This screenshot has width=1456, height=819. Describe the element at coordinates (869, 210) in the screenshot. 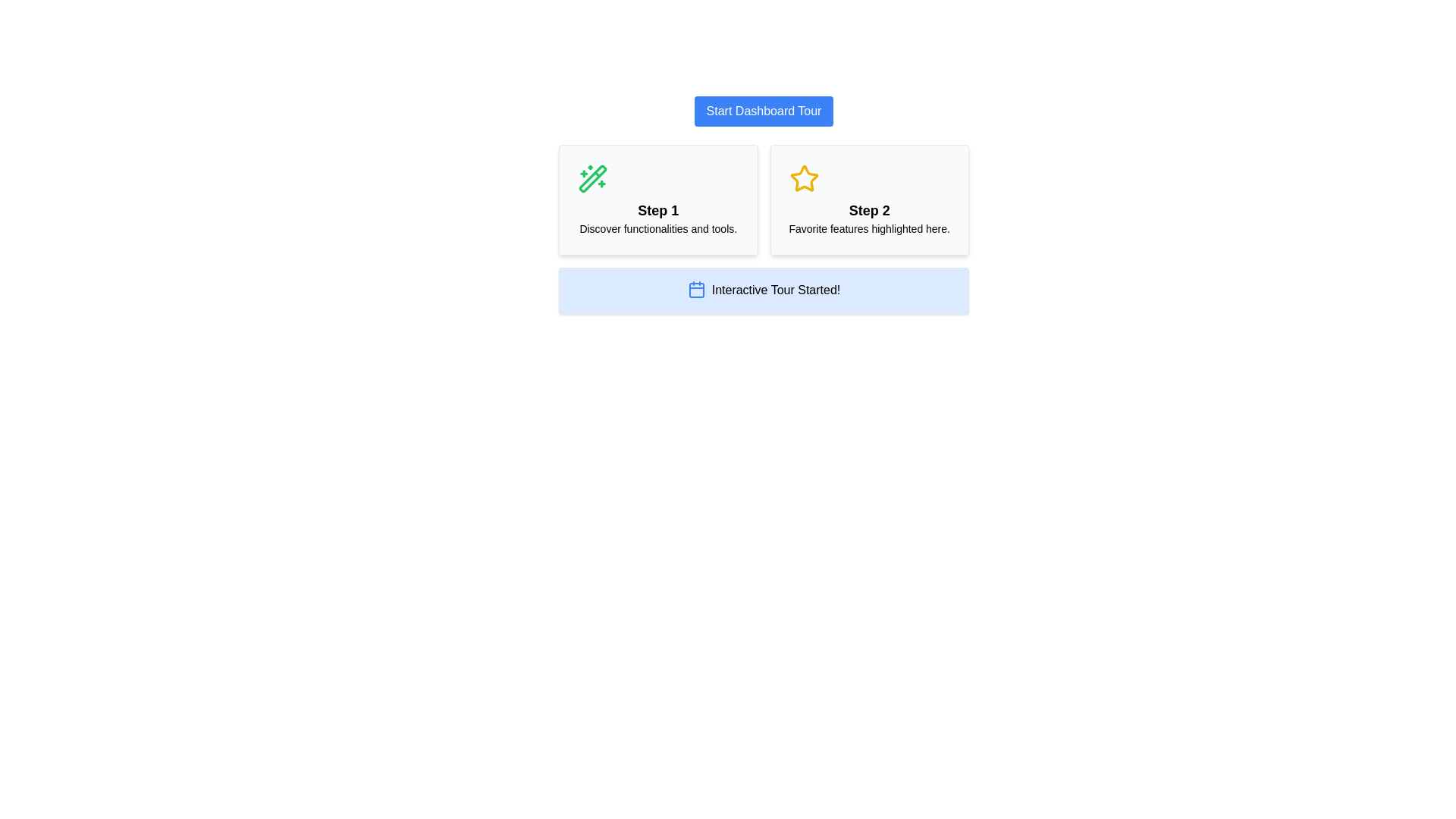

I see `the 'Step 2' label, which serves as a heading in the multi-step tutorial` at that location.